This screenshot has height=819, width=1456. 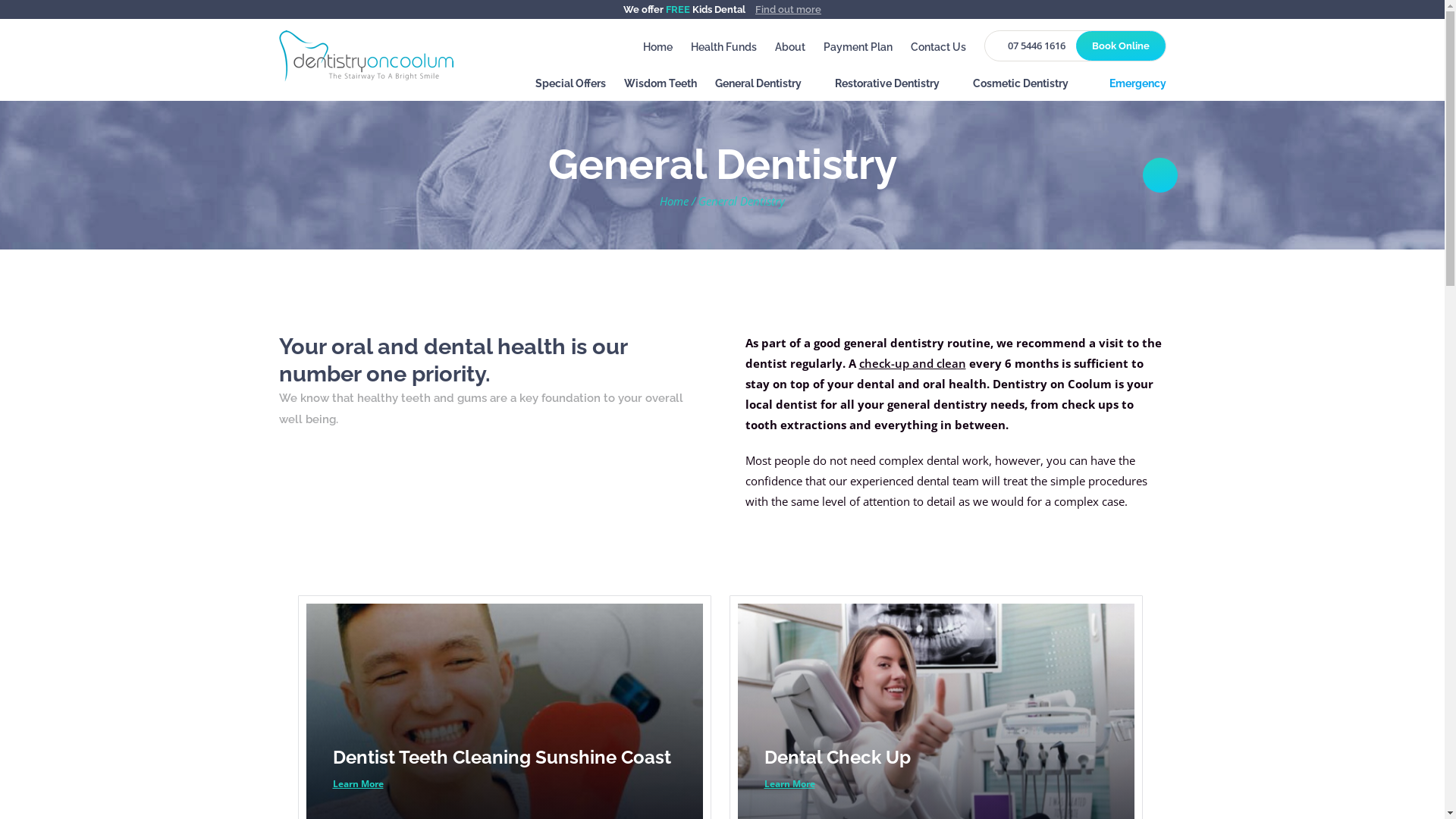 What do you see at coordinates (788, 9) in the screenshot?
I see `'Find out more'` at bounding box center [788, 9].